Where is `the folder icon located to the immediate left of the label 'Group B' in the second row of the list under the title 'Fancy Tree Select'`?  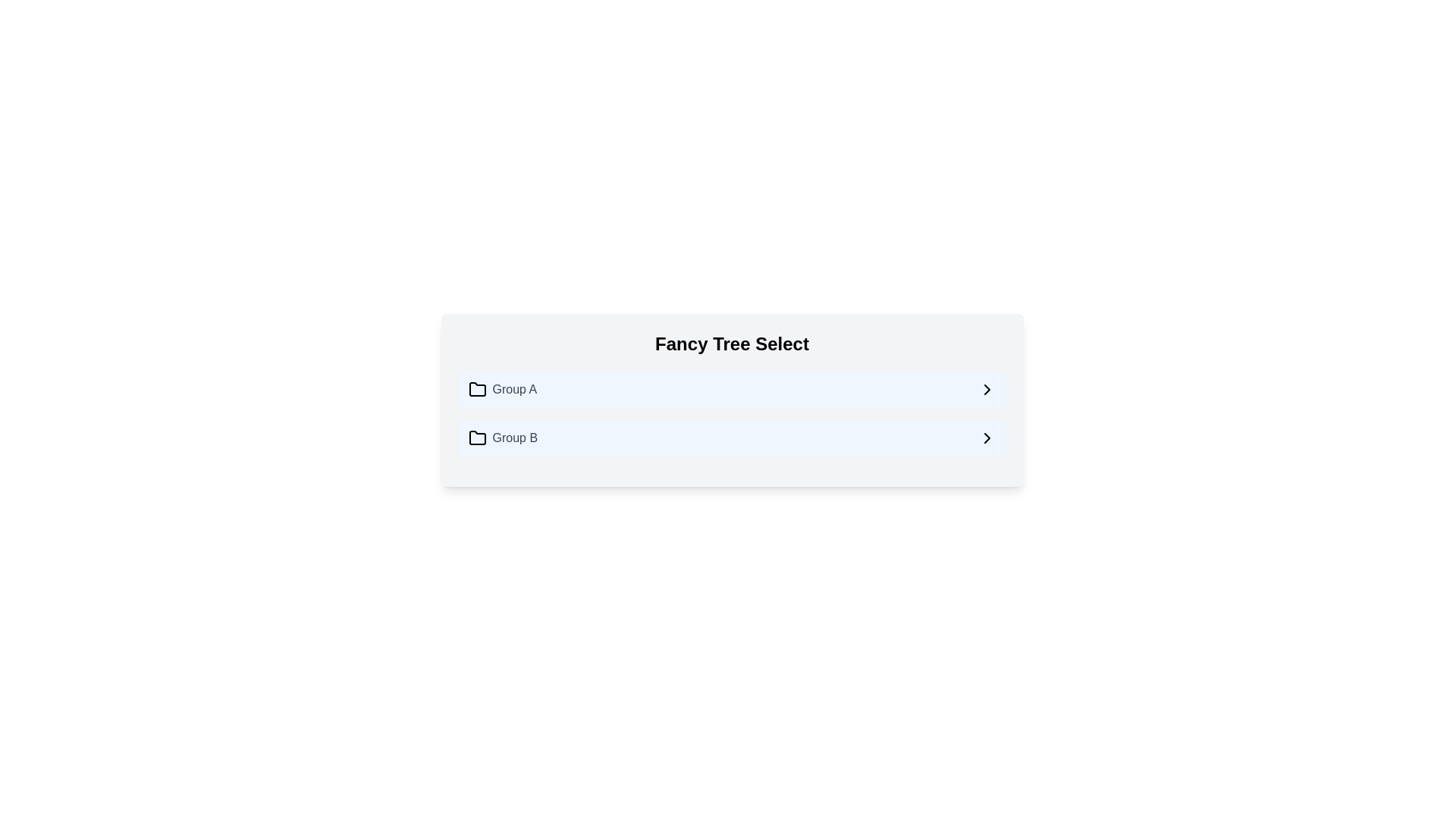
the folder icon located to the immediate left of the label 'Group B' in the second row of the list under the title 'Fancy Tree Select' is located at coordinates (476, 438).